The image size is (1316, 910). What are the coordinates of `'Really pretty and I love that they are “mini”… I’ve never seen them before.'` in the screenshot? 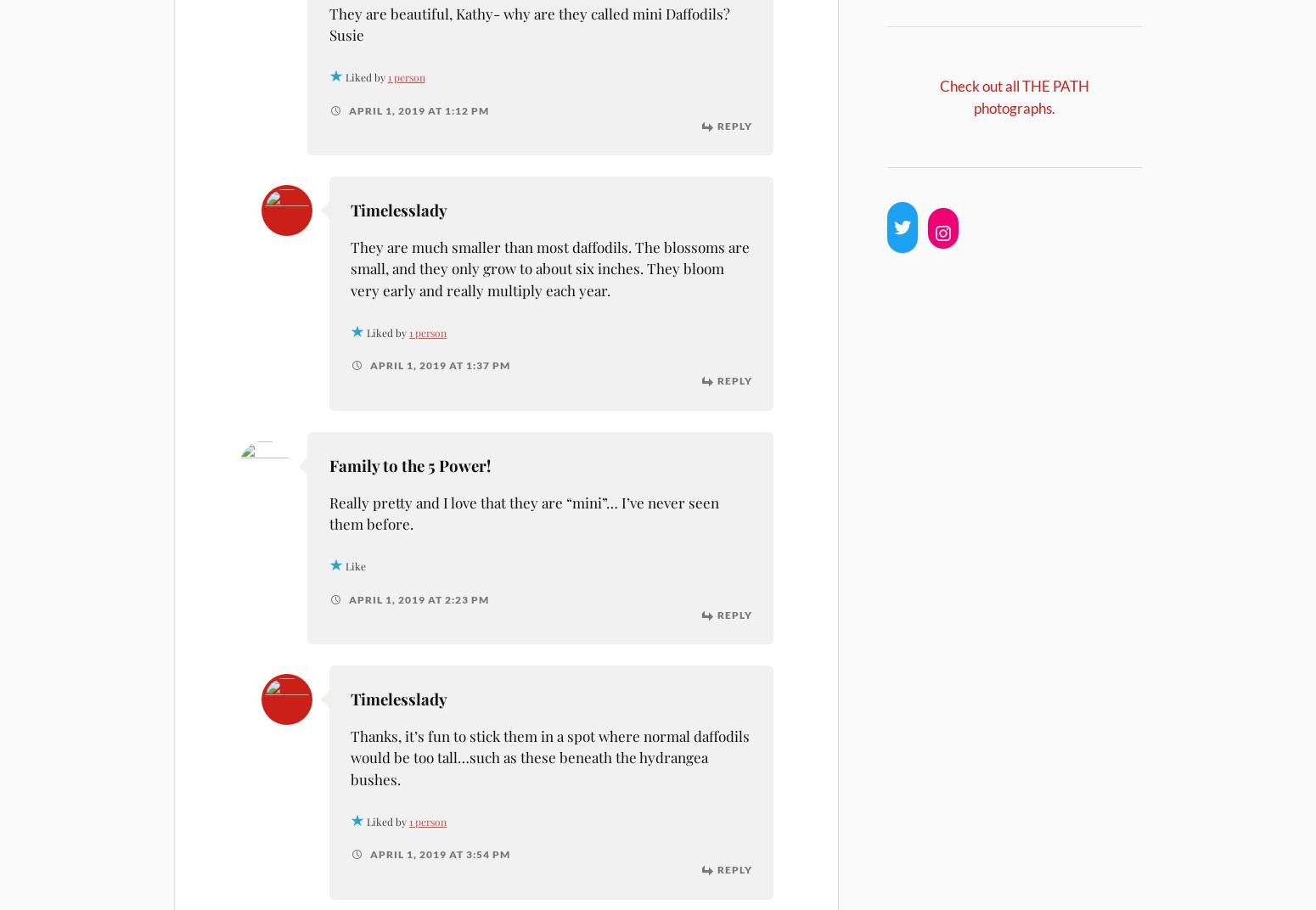 It's located at (523, 511).